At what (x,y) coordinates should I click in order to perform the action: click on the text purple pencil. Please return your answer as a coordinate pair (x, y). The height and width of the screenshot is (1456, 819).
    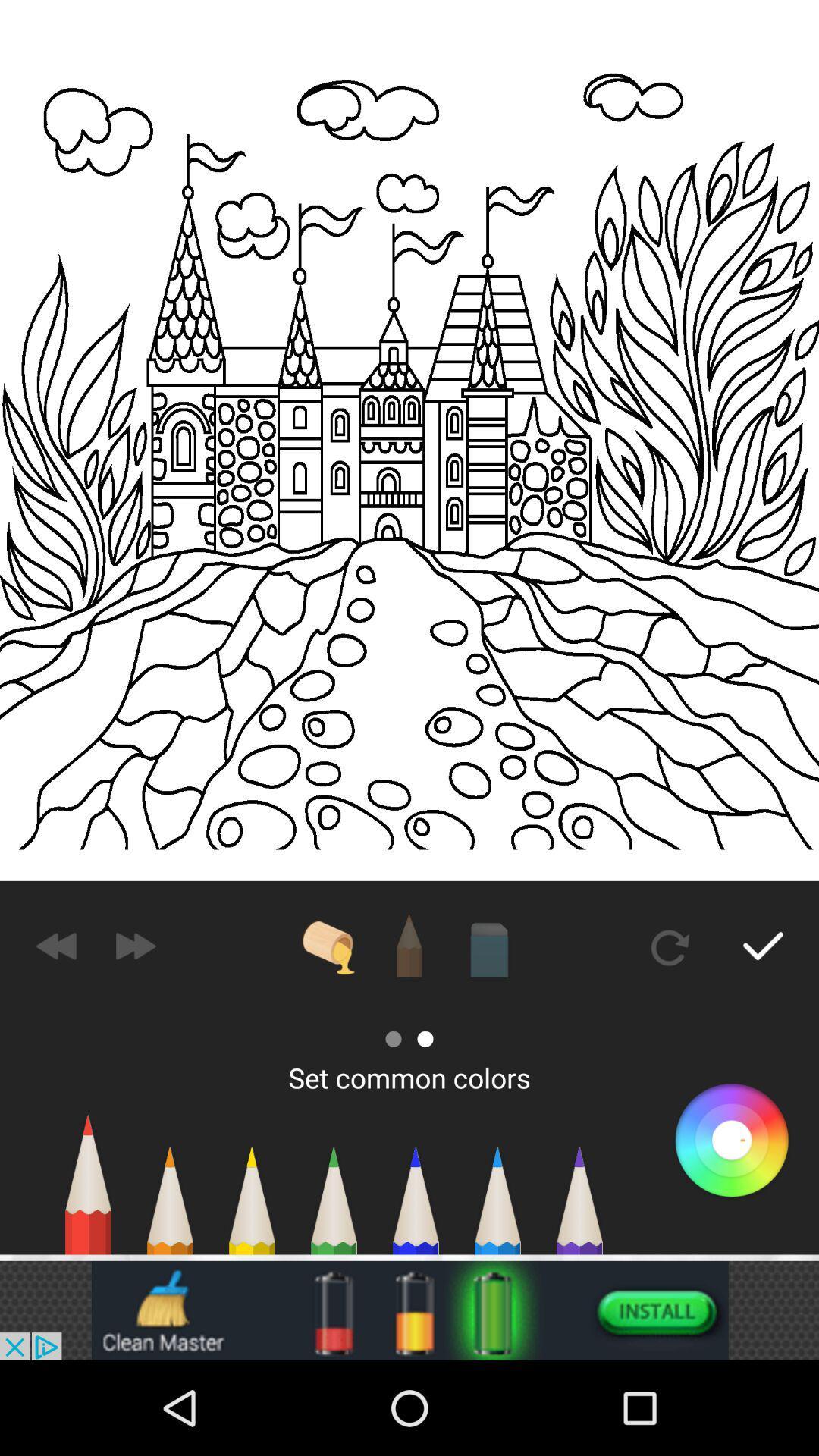
    Looking at the image, I should click on (579, 1207).